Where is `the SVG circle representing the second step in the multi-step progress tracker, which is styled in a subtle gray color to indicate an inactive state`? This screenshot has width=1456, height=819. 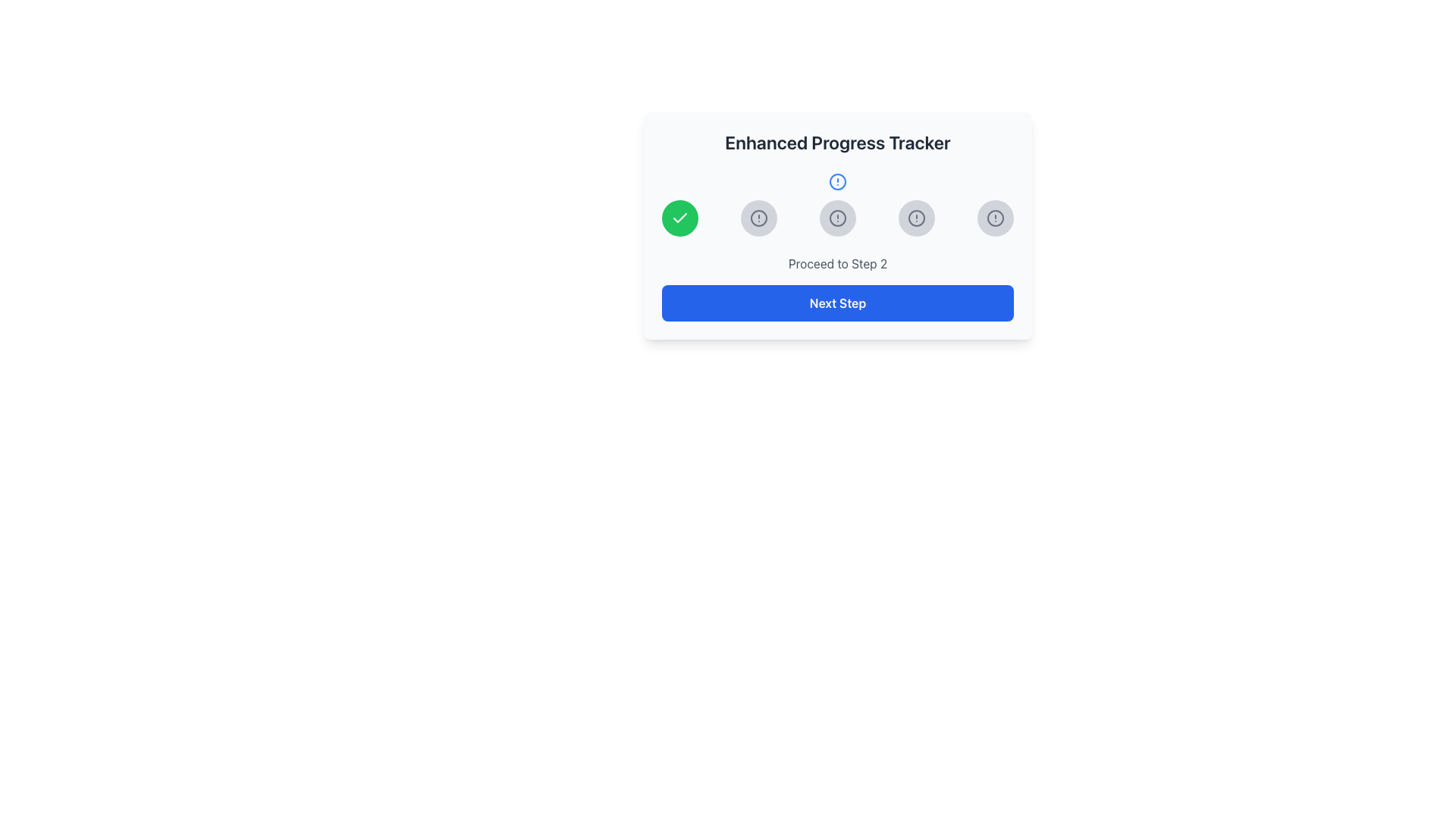 the SVG circle representing the second step in the multi-step progress tracker, which is styled in a subtle gray color to indicate an inactive state is located at coordinates (836, 218).